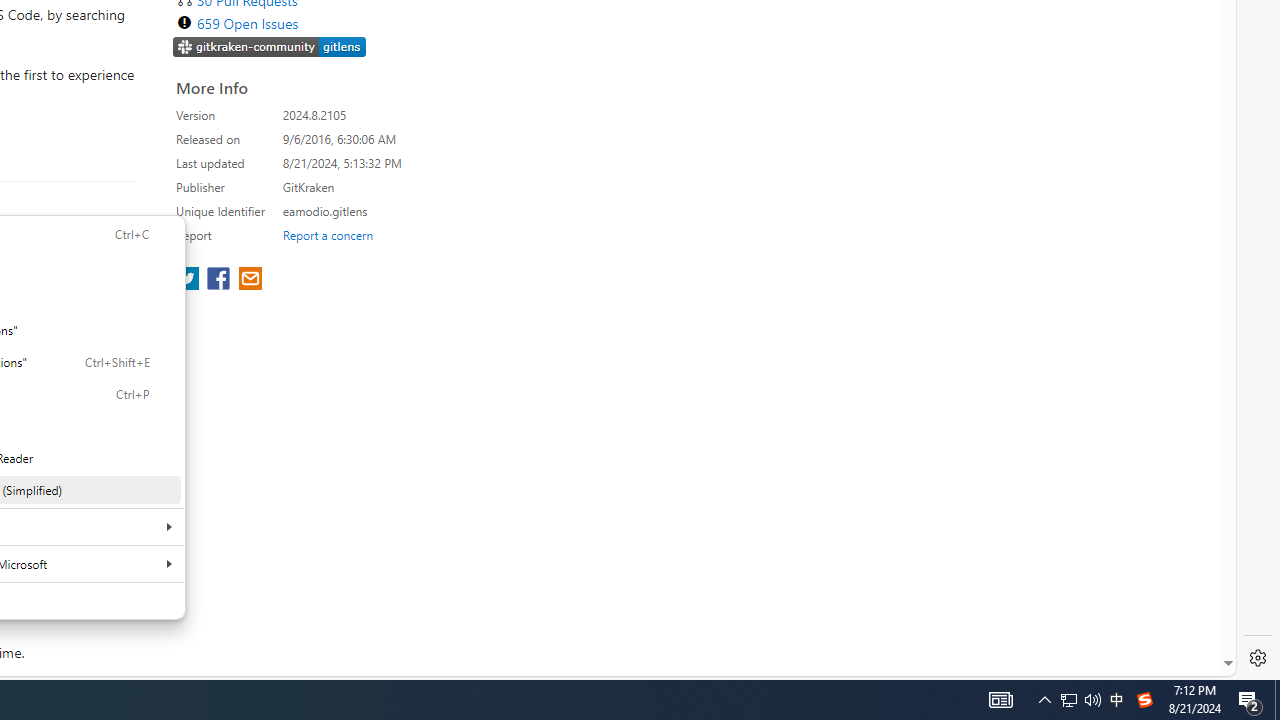 This screenshot has width=1280, height=720. Describe the element at coordinates (190, 280) in the screenshot. I see `'share extension on twitter'` at that location.